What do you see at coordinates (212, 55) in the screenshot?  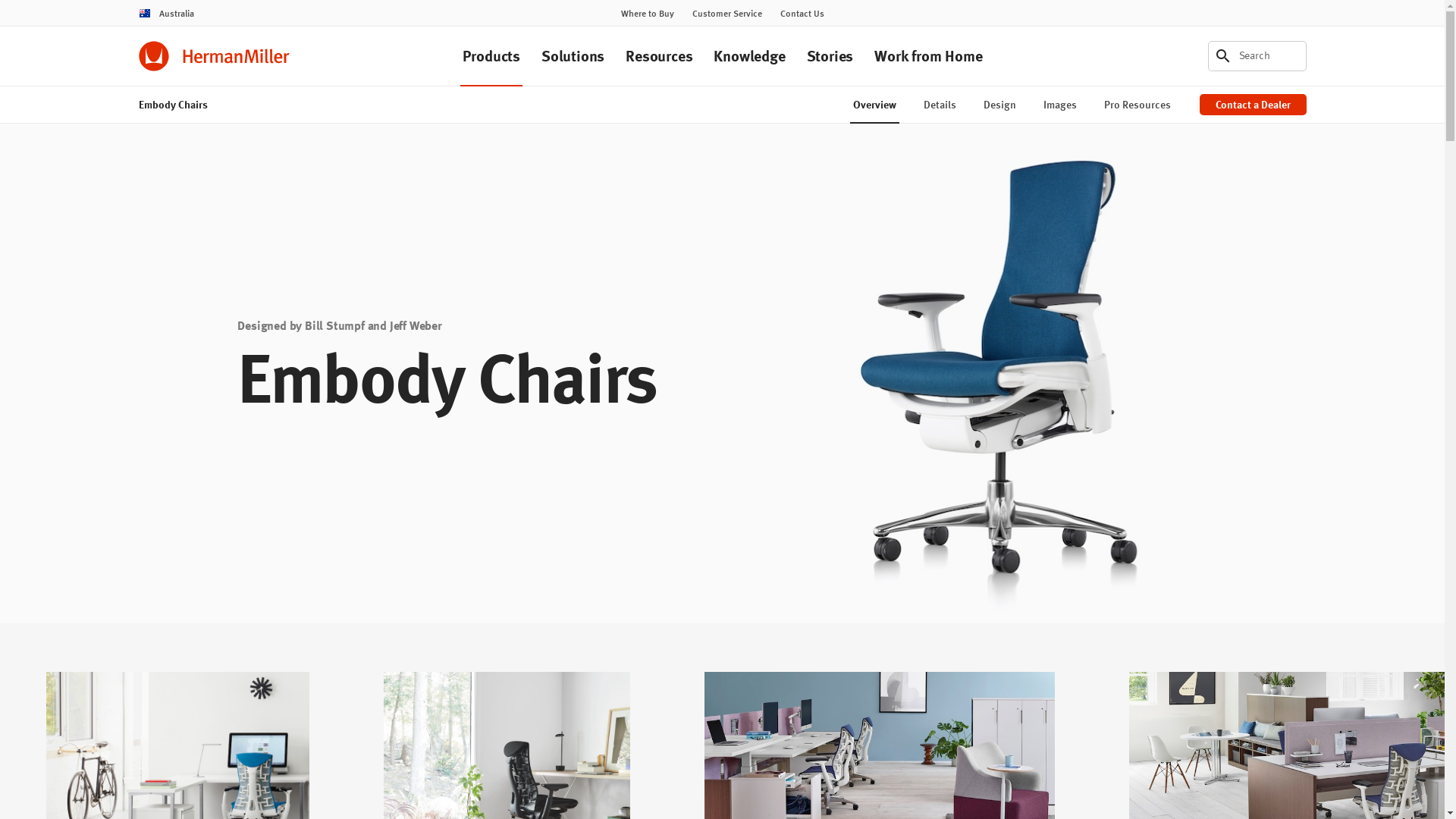 I see `'Herman Miller'` at bounding box center [212, 55].